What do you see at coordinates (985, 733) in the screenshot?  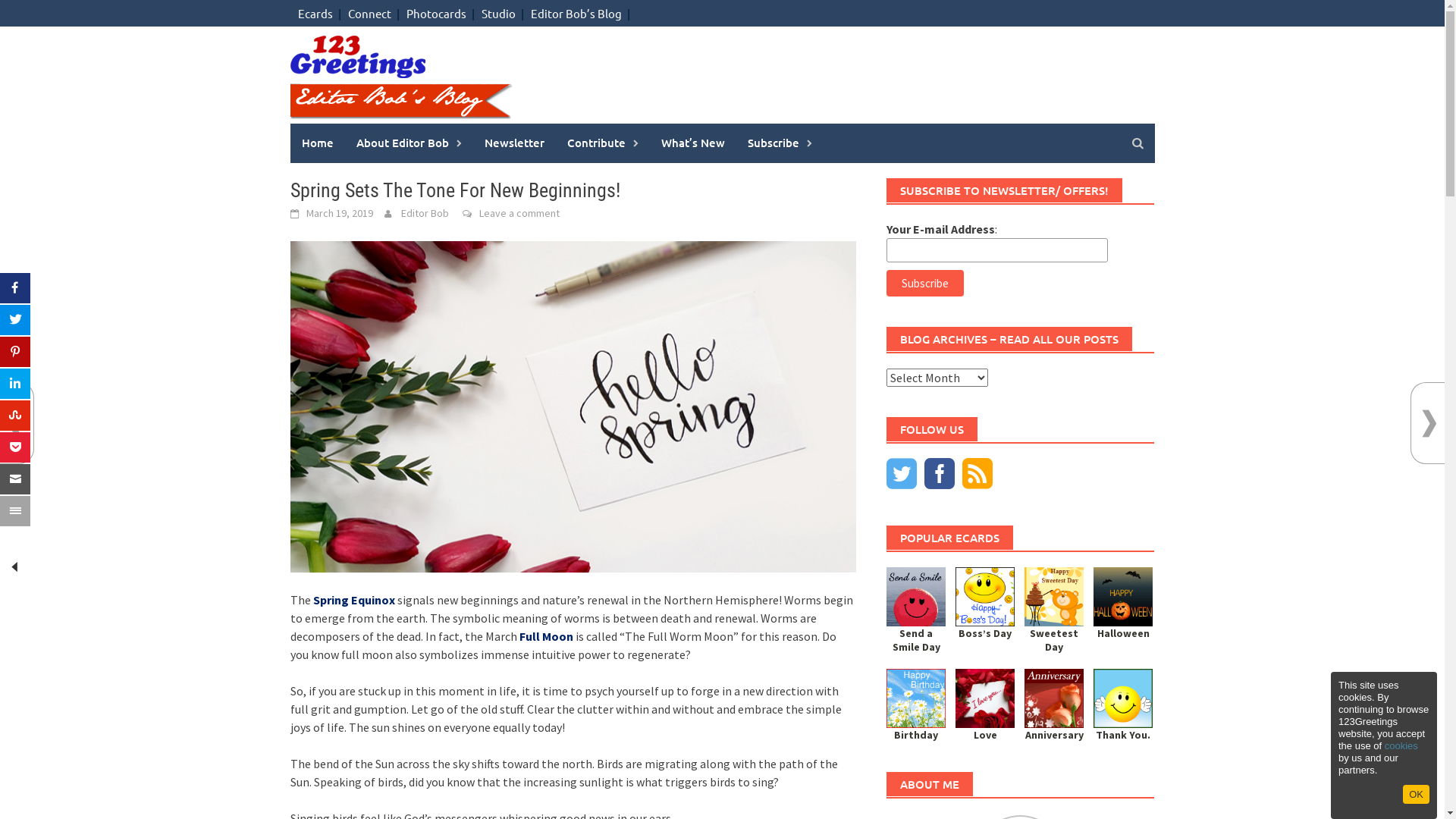 I see `'Love'` at bounding box center [985, 733].